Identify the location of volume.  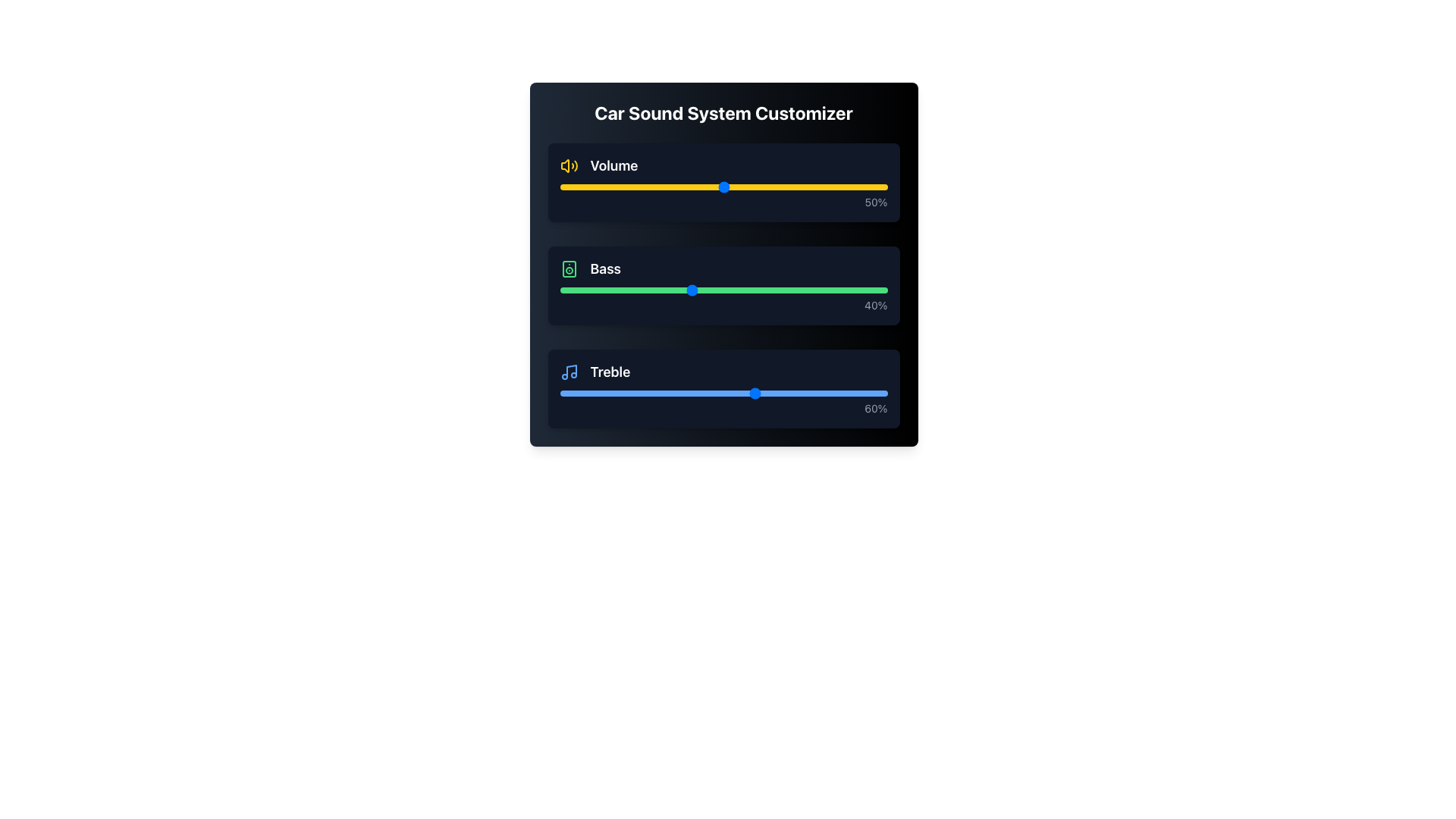
(837, 186).